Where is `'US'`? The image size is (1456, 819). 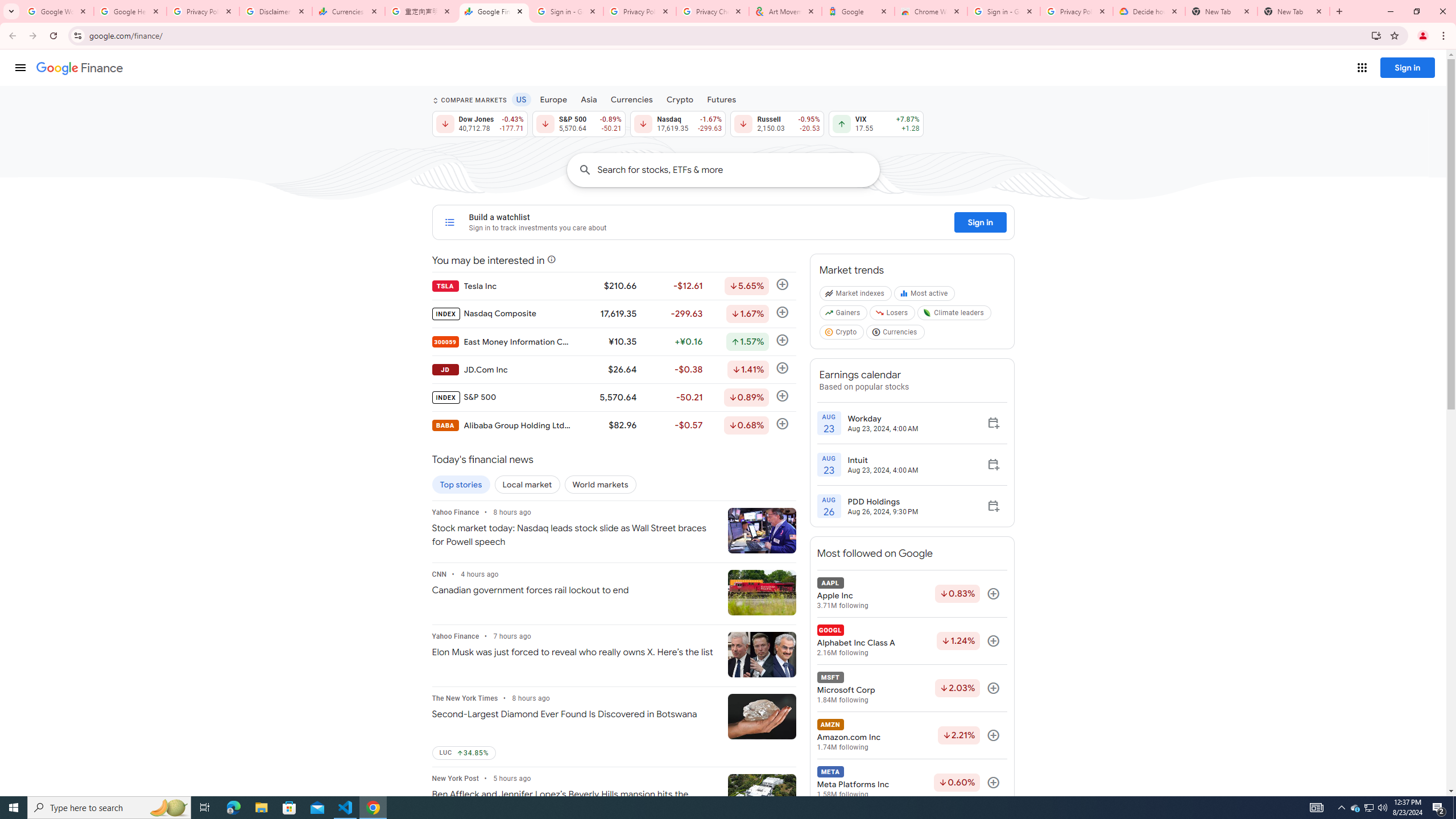 'US' is located at coordinates (521, 98).